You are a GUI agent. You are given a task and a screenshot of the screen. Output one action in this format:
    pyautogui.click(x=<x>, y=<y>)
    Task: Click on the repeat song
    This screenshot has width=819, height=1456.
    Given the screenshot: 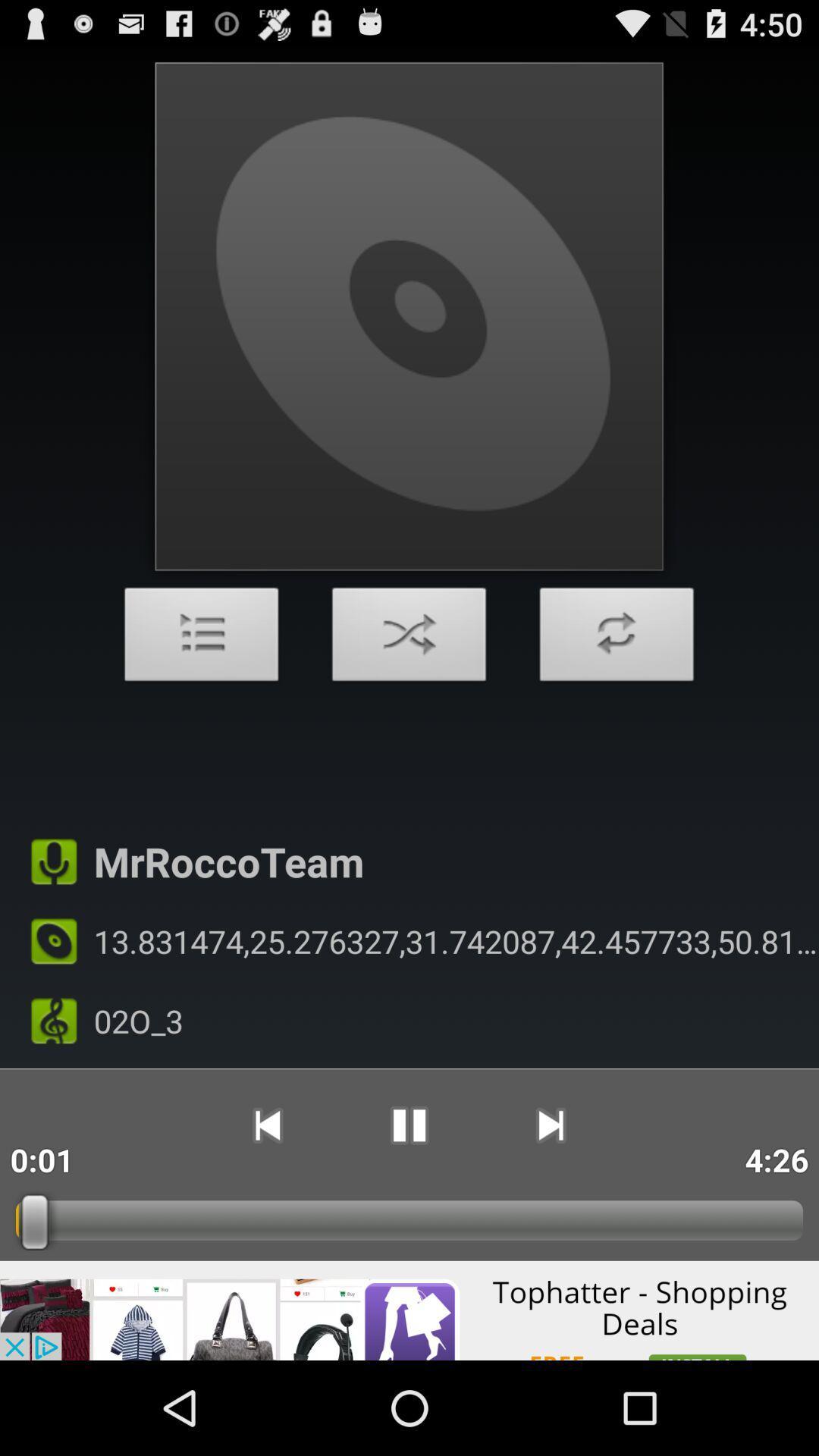 What is the action you would take?
    pyautogui.click(x=617, y=639)
    